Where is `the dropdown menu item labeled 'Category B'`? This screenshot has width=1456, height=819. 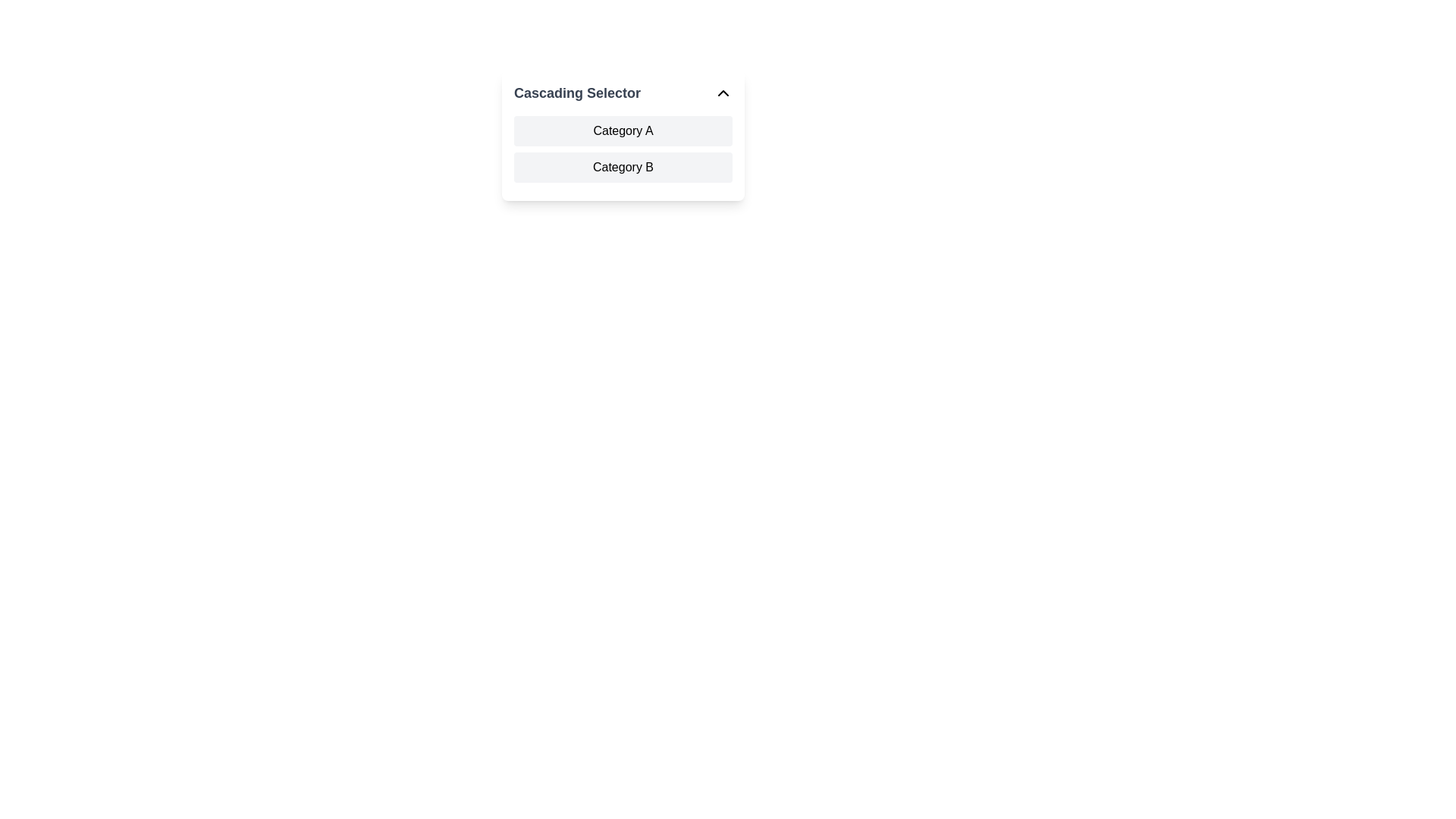
the dropdown menu item labeled 'Category B' is located at coordinates (623, 167).